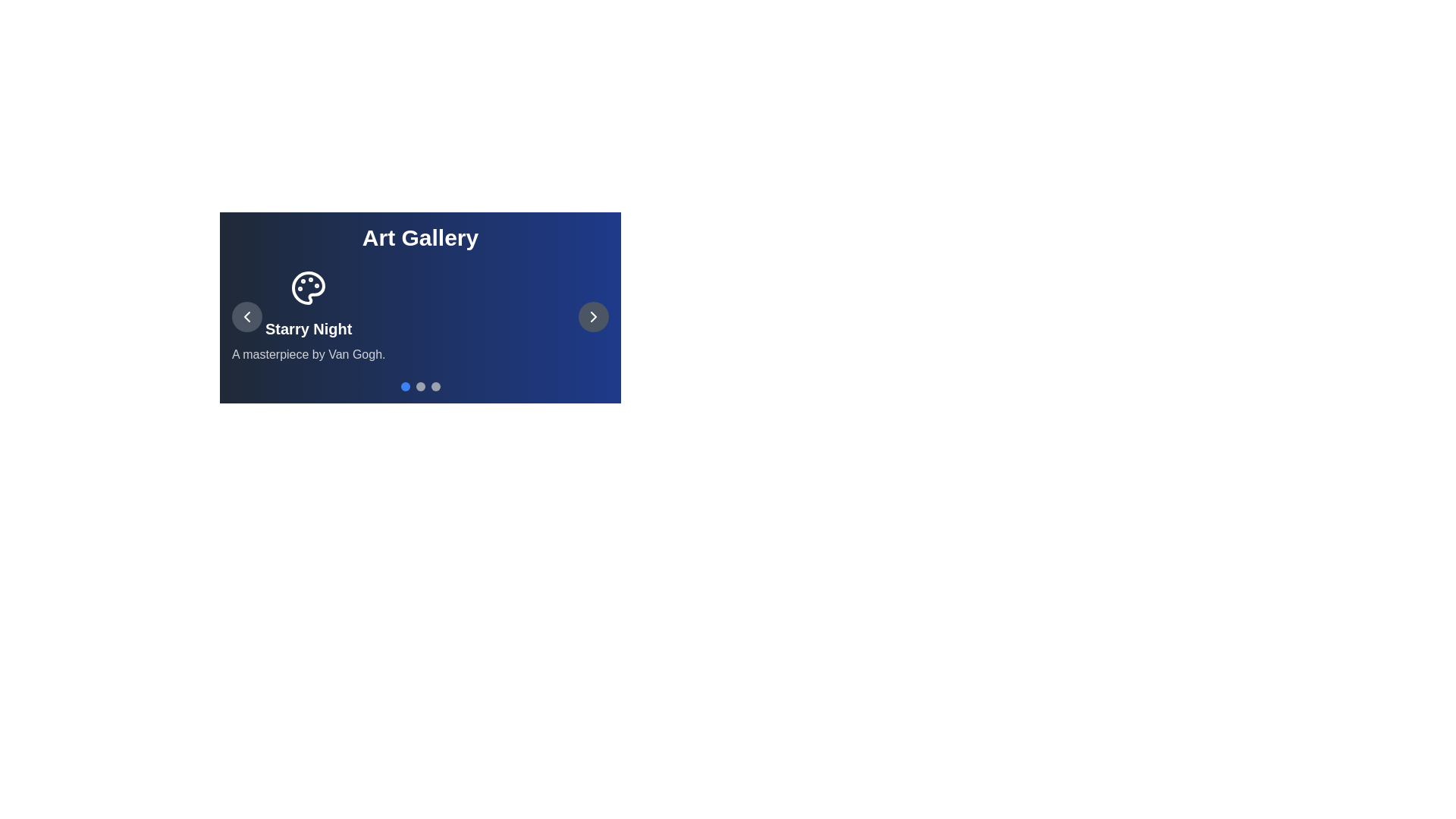 The image size is (1456, 819). Describe the element at coordinates (435, 385) in the screenshot. I see `the indicator dot corresponding to 2` at that location.